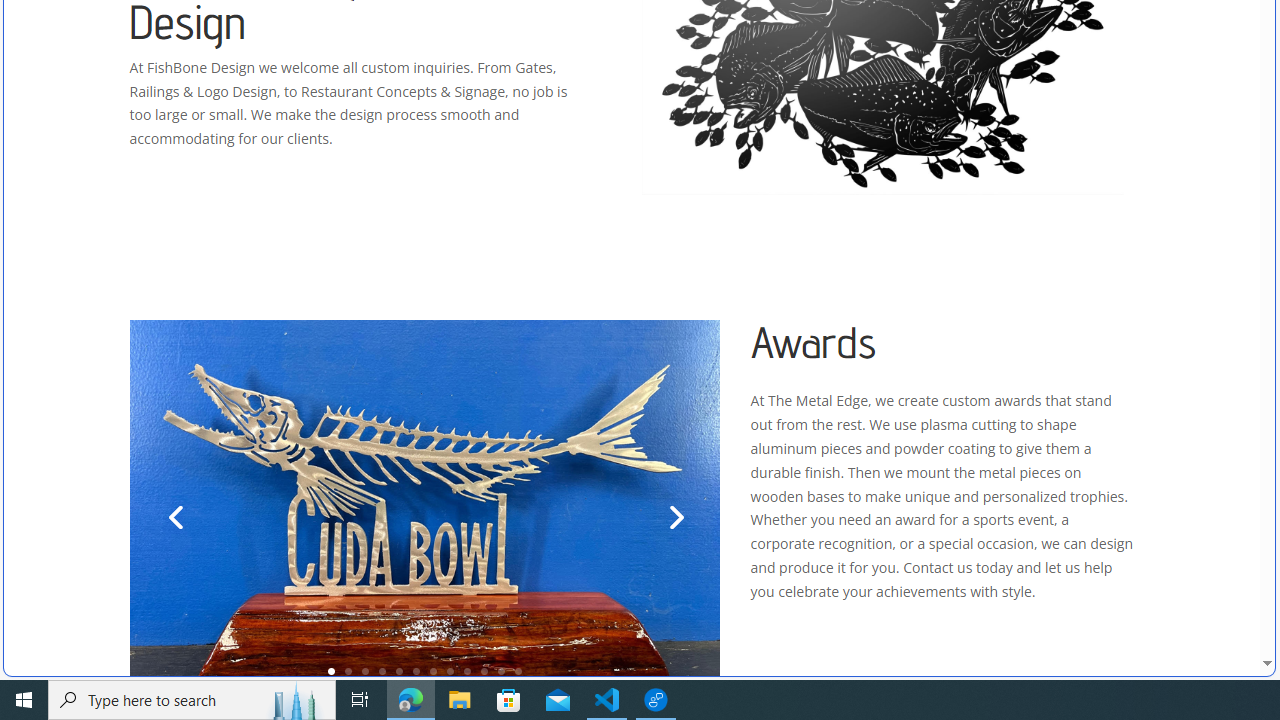 The width and height of the screenshot is (1280, 720). Describe the element at coordinates (466, 671) in the screenshot. I see `'9'` at that location.